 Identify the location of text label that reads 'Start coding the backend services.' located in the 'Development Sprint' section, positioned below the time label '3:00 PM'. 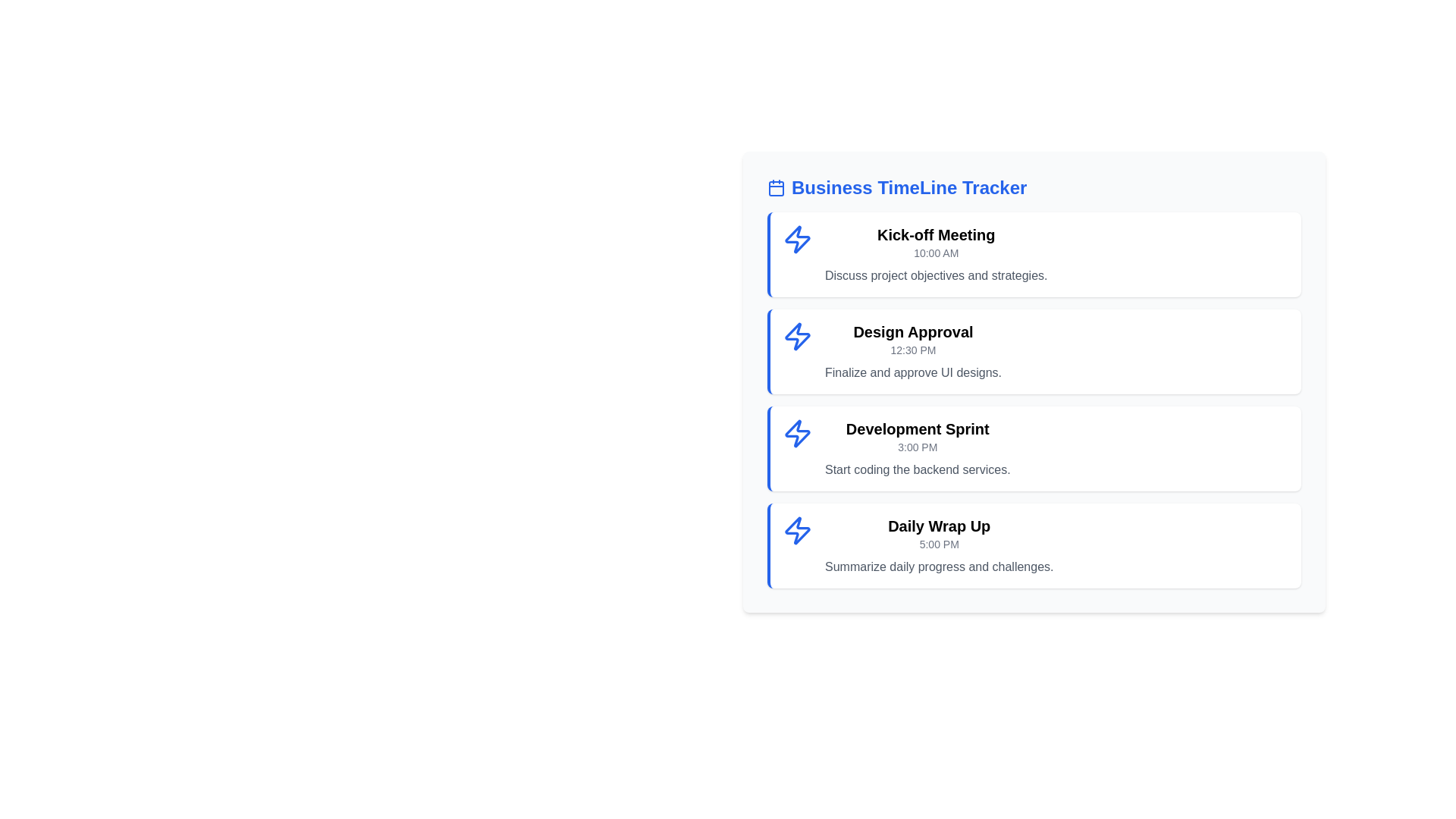
(917, 469).